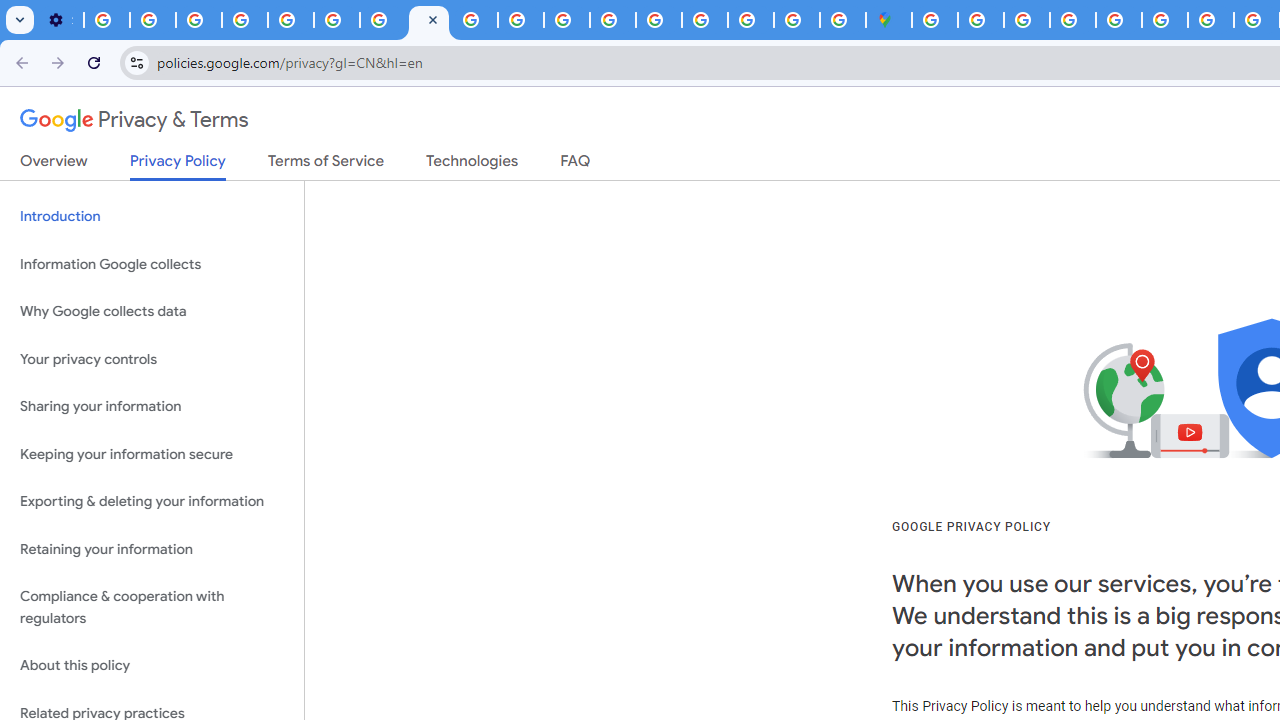 The height and width of the screenshot is (720, 1280). I want to click on 'Google Maps', so click(888, 20).